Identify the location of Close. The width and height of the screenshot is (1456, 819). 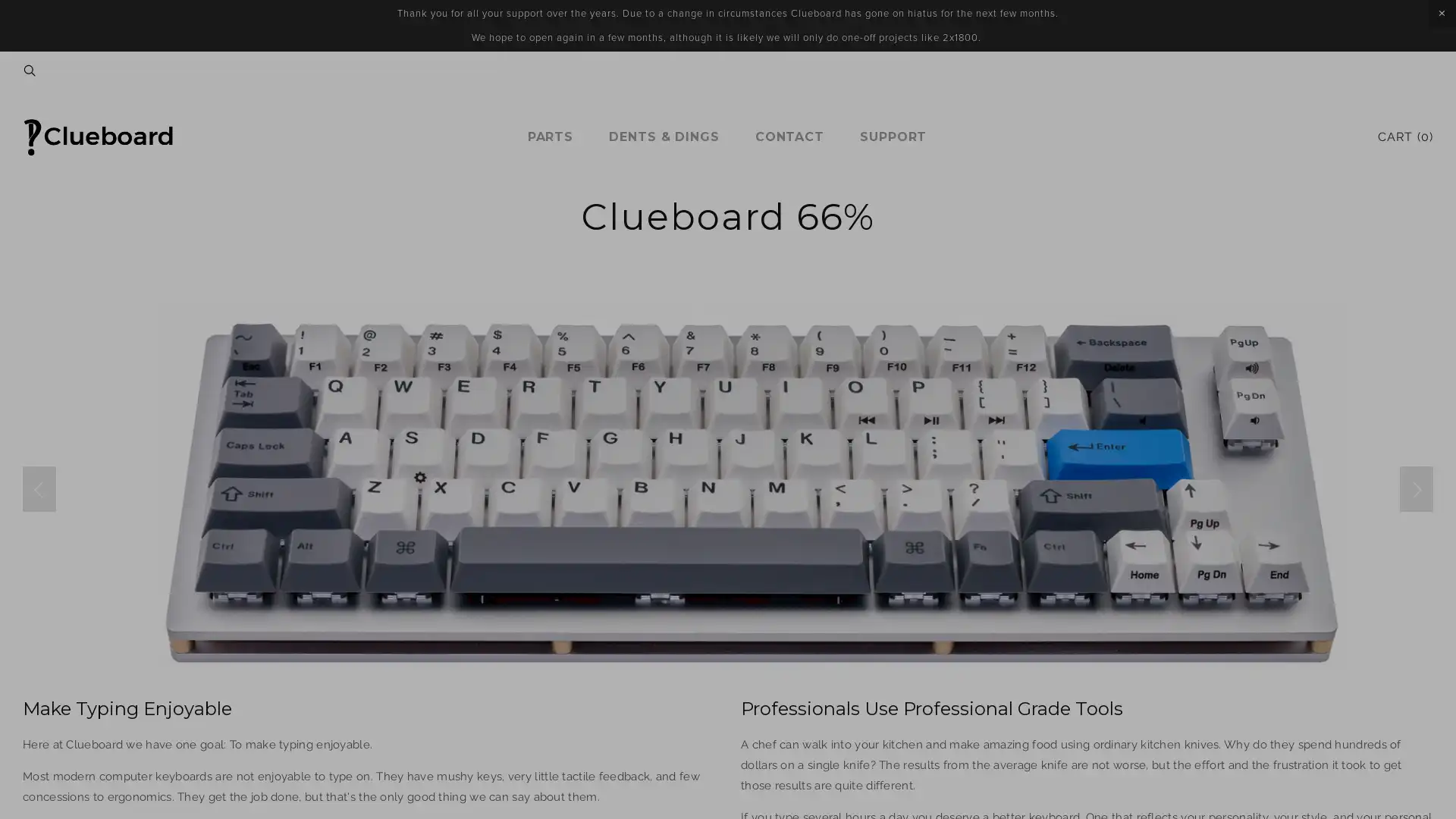
(945, 218).